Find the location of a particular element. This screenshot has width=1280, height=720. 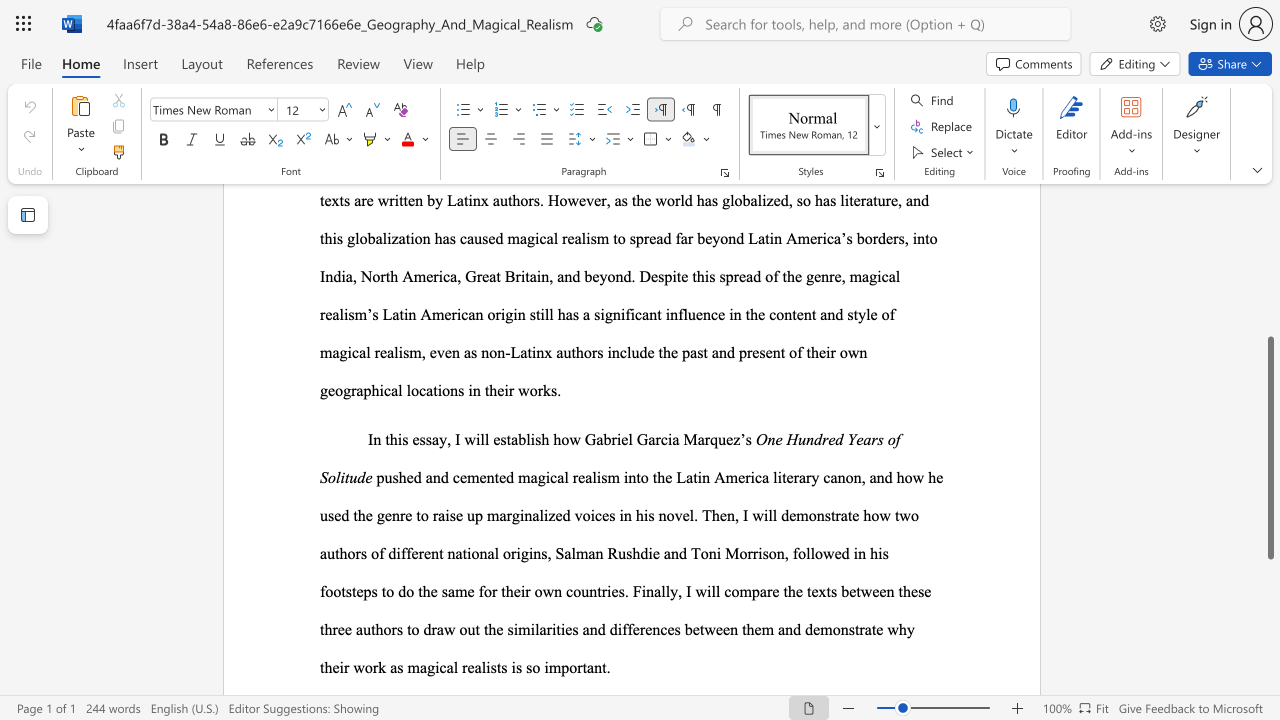

the subset text "s is so" within the text "ealists is so important." is located at coordinates (501, 667).